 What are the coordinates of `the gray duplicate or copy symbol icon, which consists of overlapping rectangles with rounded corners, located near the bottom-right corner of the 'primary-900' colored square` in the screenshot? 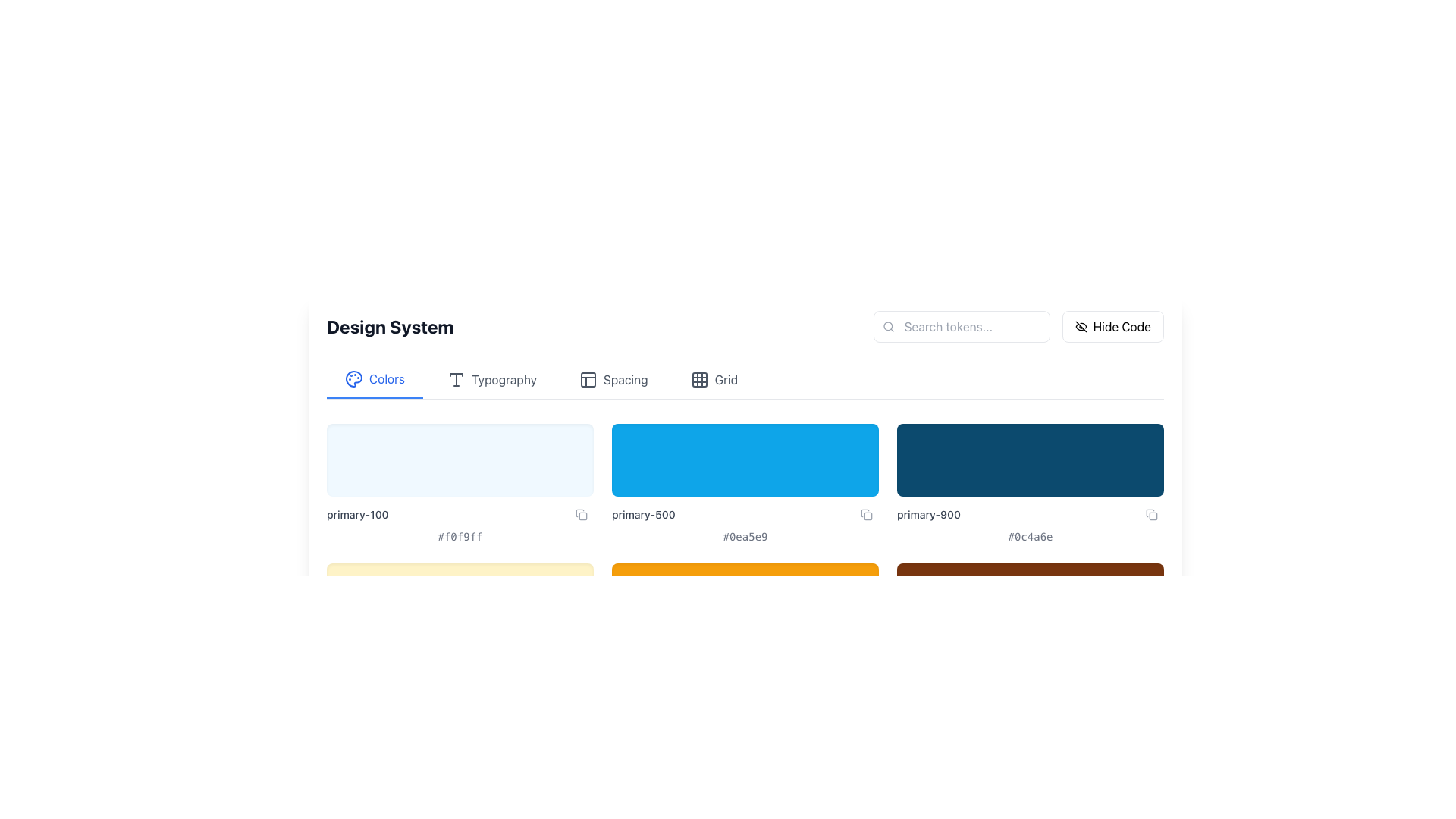 It's located at (1151, 513).